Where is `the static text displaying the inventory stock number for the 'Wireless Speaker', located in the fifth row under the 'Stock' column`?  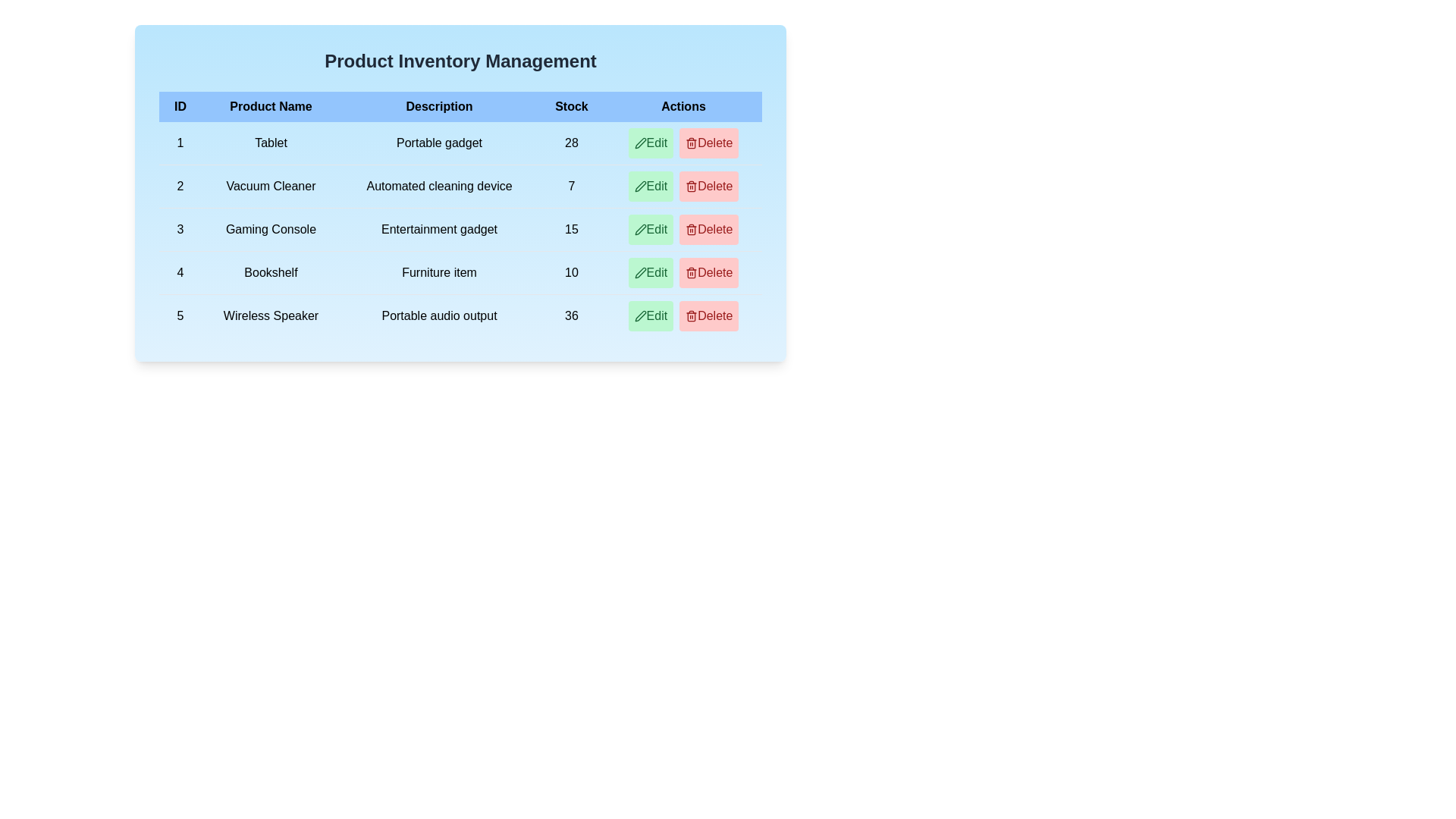
the static text displaying the inventory stock number for the 'Wireless Speaker', located in the fifth row under the 'Stock' column is located at coordinates (570, 315).